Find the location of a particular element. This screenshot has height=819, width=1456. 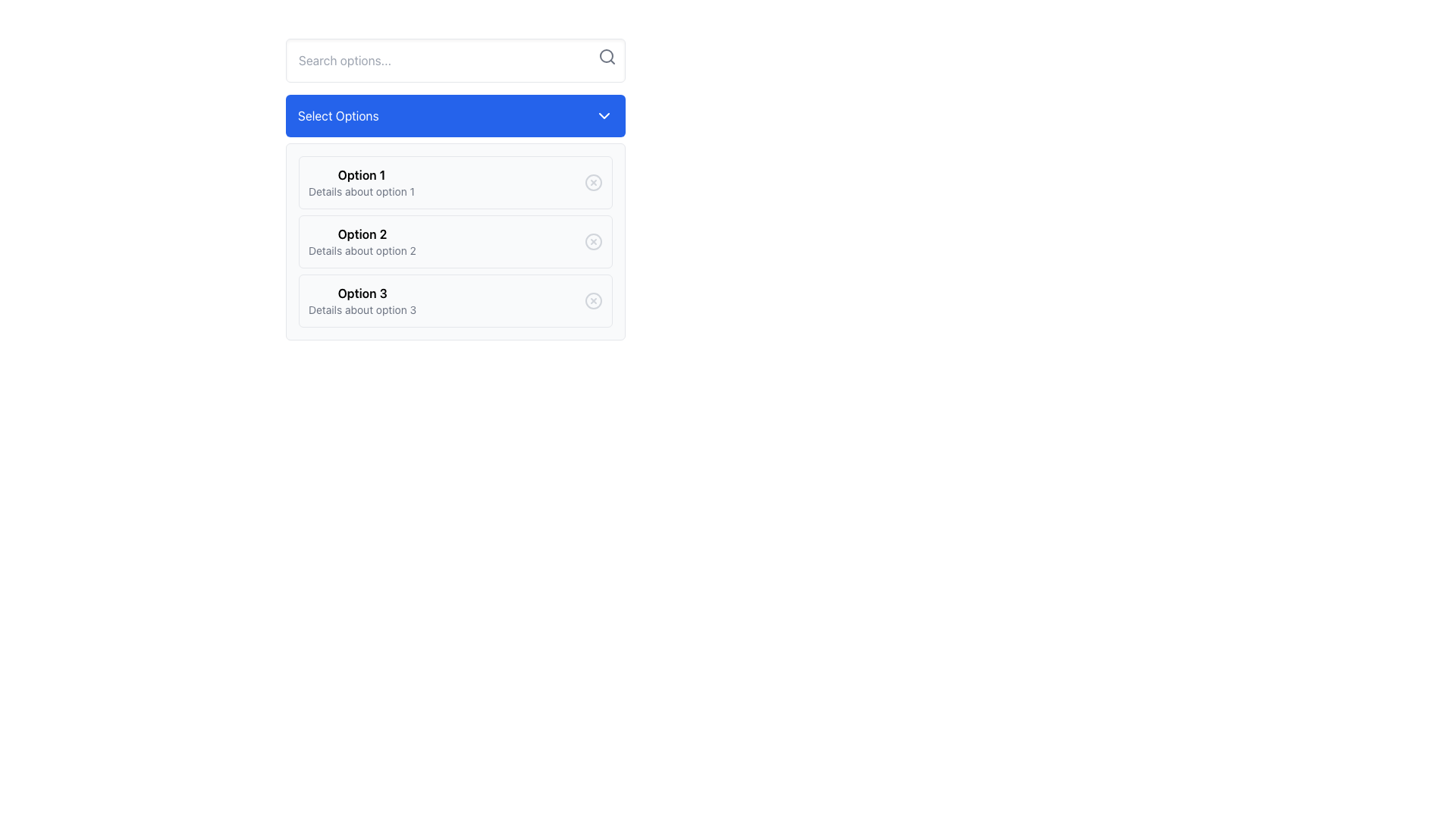

the vector graphic element (circle) associated with 'Option 3' in the dropdown menu is located at coordinates (592, 301).